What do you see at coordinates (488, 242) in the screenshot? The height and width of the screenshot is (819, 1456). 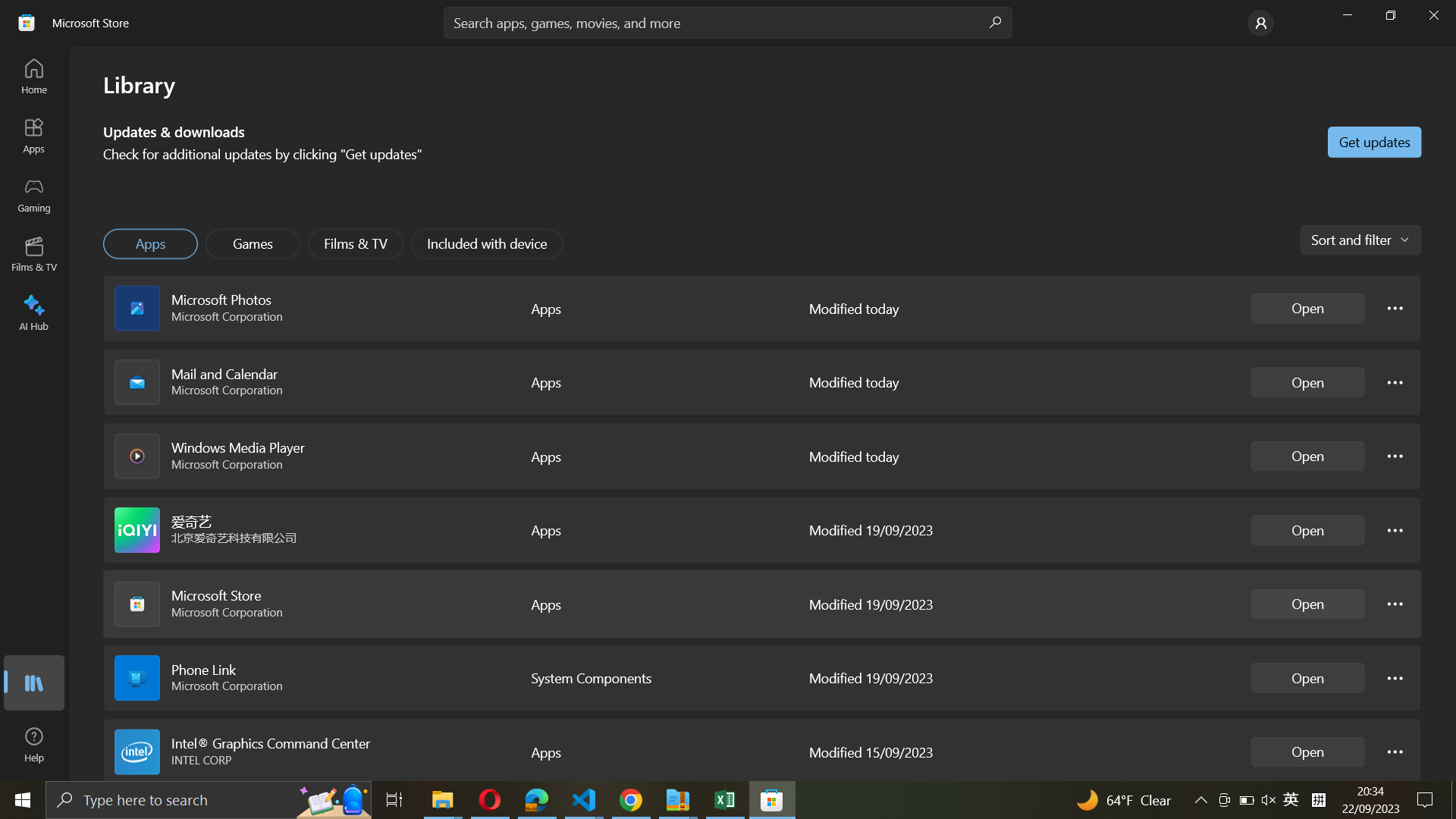 I see `Included with device` at bounding box center [488, 242].